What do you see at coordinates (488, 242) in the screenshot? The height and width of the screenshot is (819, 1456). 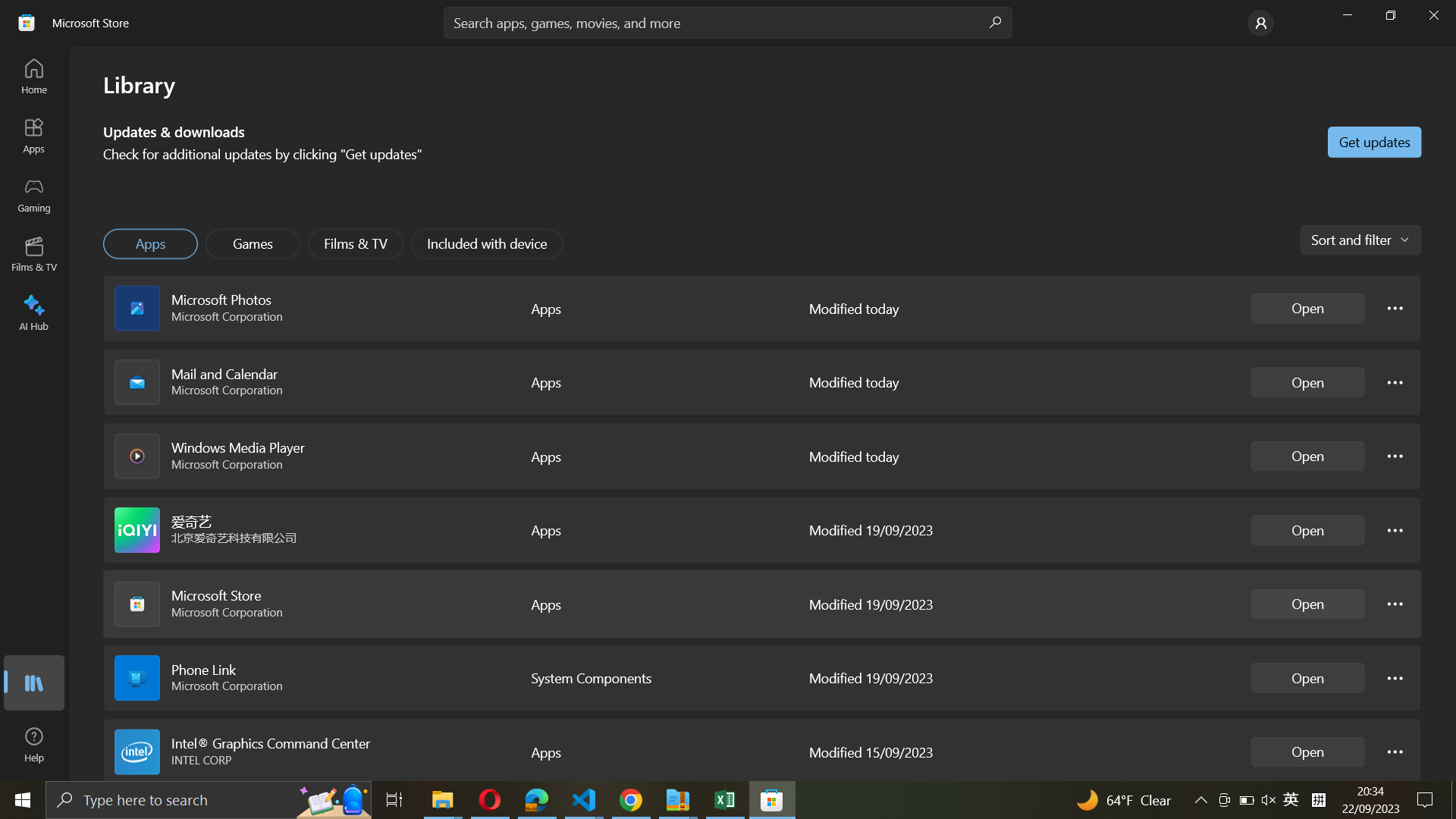 I see `Included with device` at bounding box center [488, 242].